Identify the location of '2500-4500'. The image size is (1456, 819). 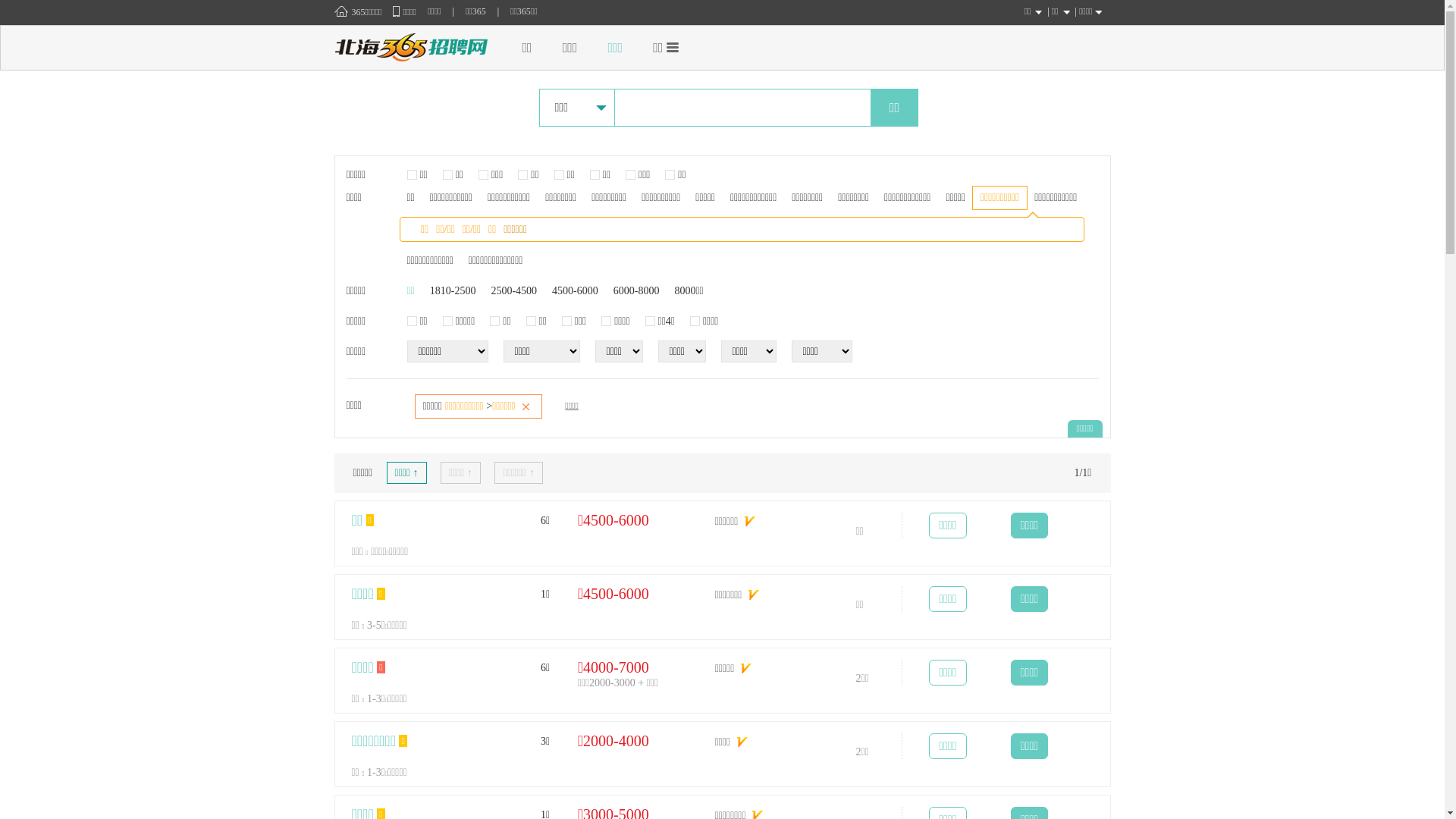
(491, 290).